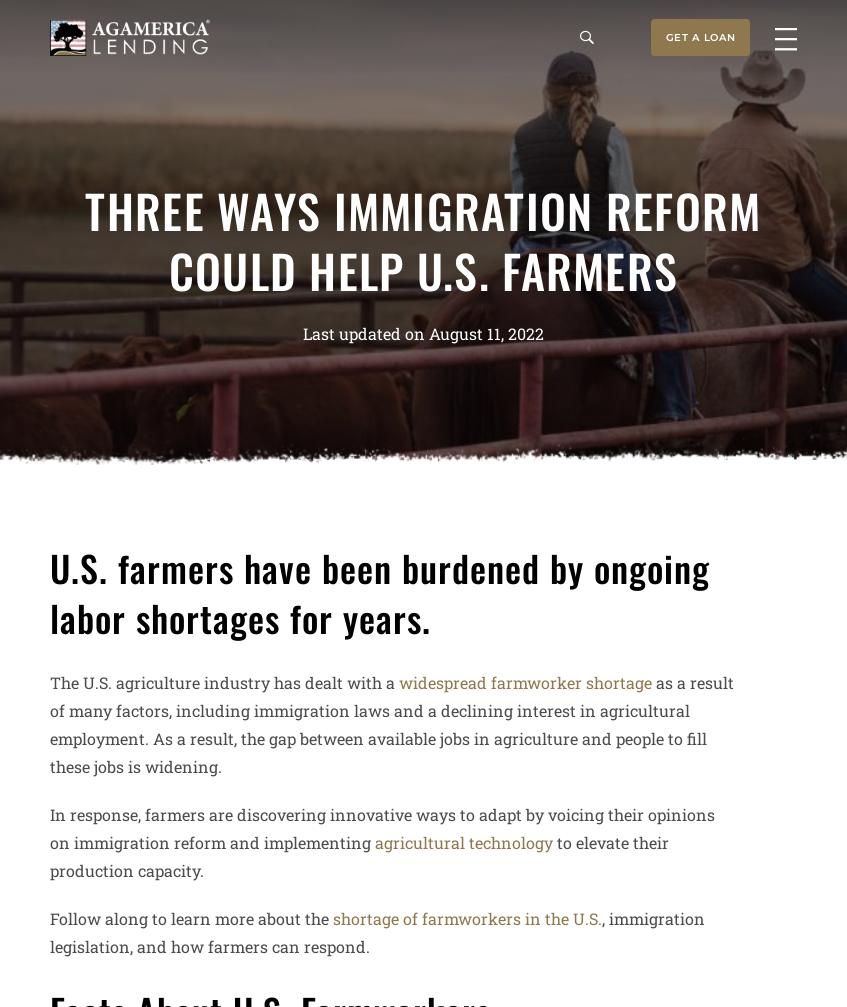 Image resolution: width=847 pixels, height=1007 pixels. What do you see at coordinates (381, 826) in the screenshot?
I see `'In response, farmers are discovering innovative ways to adapt by voicing their opinions on immigration reform and implementing'` at bounding box center [381, 826].